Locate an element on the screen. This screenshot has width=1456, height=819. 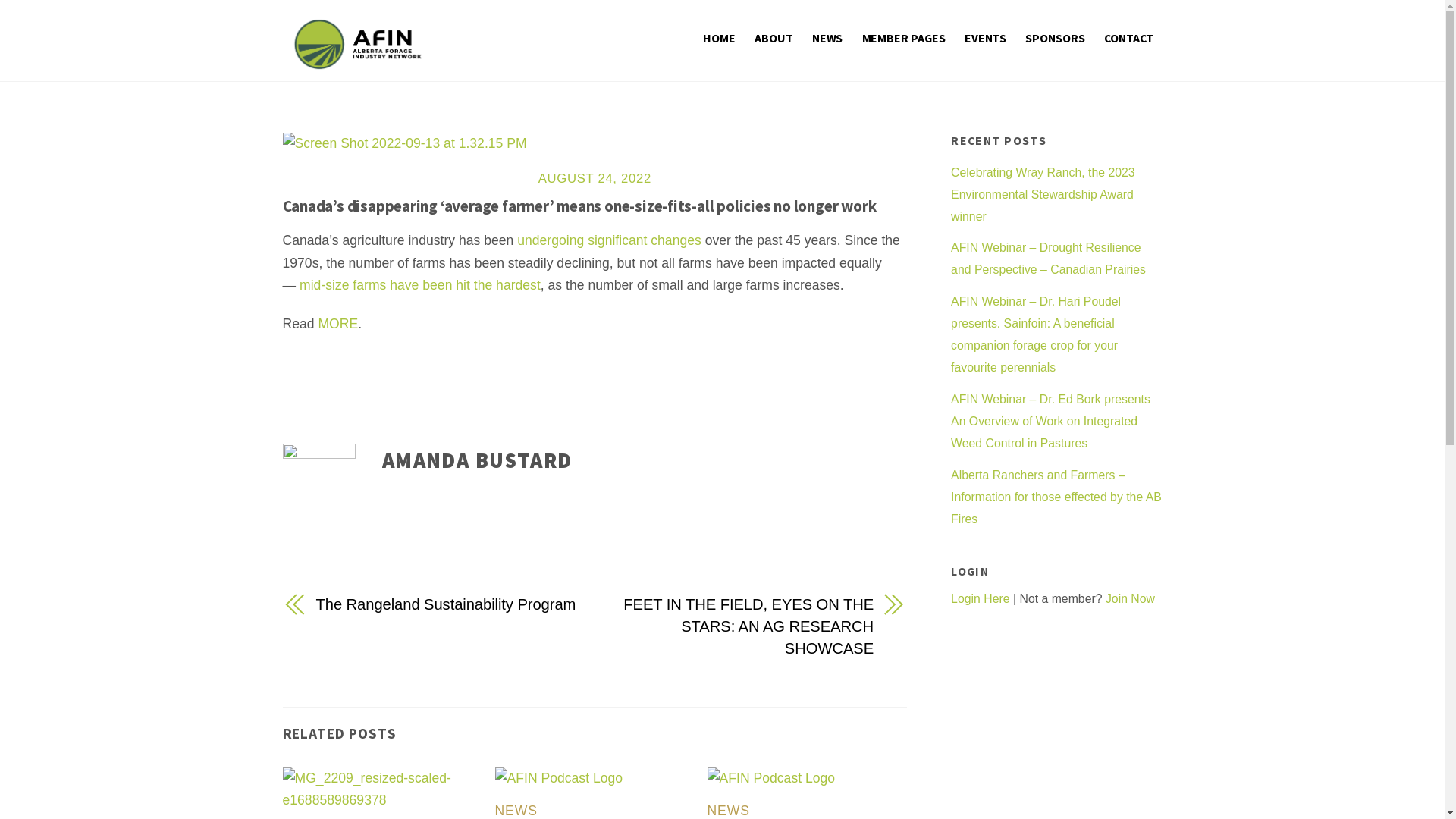
'MORE' is located at coordinates (337, 323).